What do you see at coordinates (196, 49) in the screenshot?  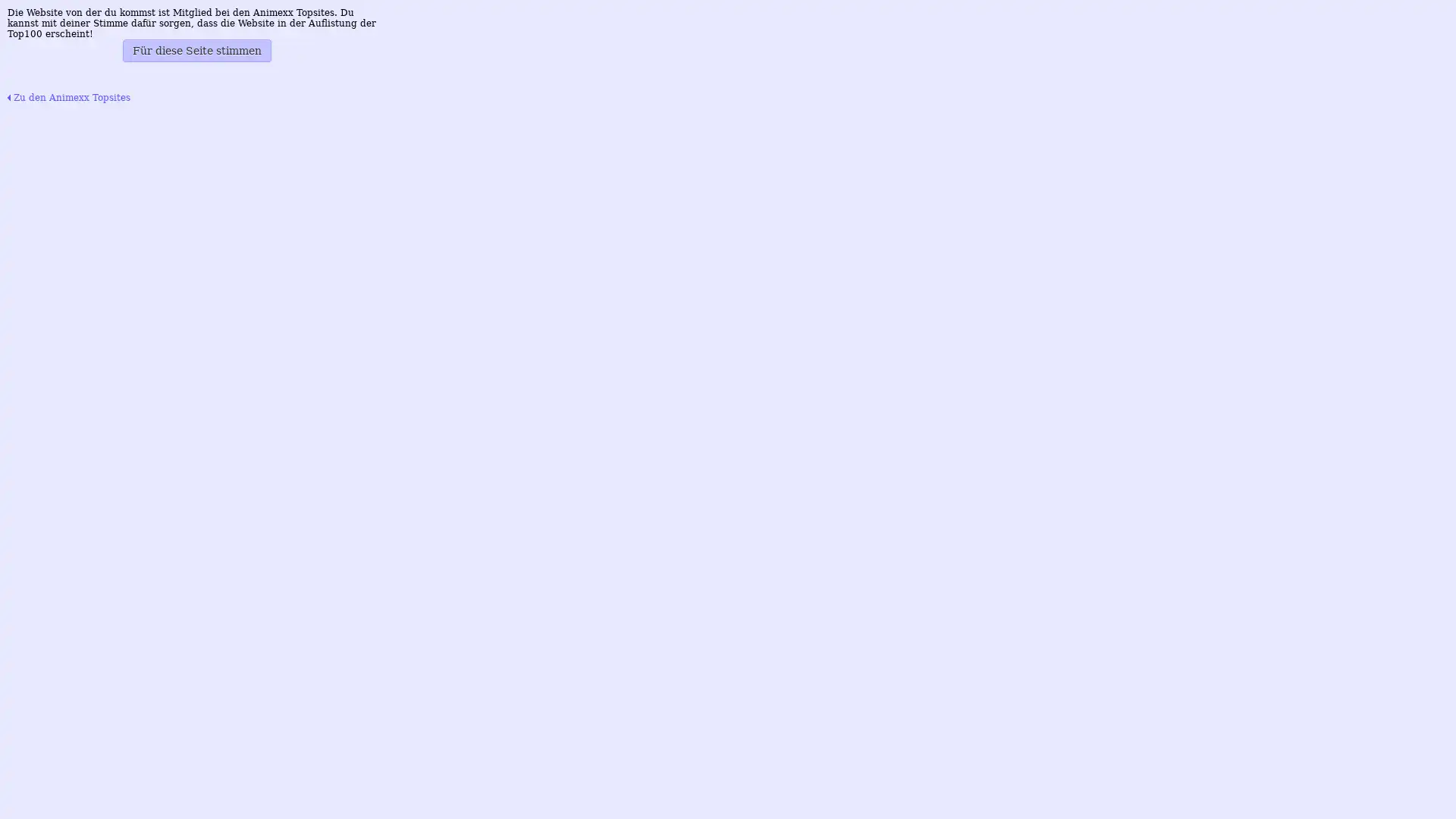 I see `Fur diese Seite stimmen` at bounding box center [196, 49].